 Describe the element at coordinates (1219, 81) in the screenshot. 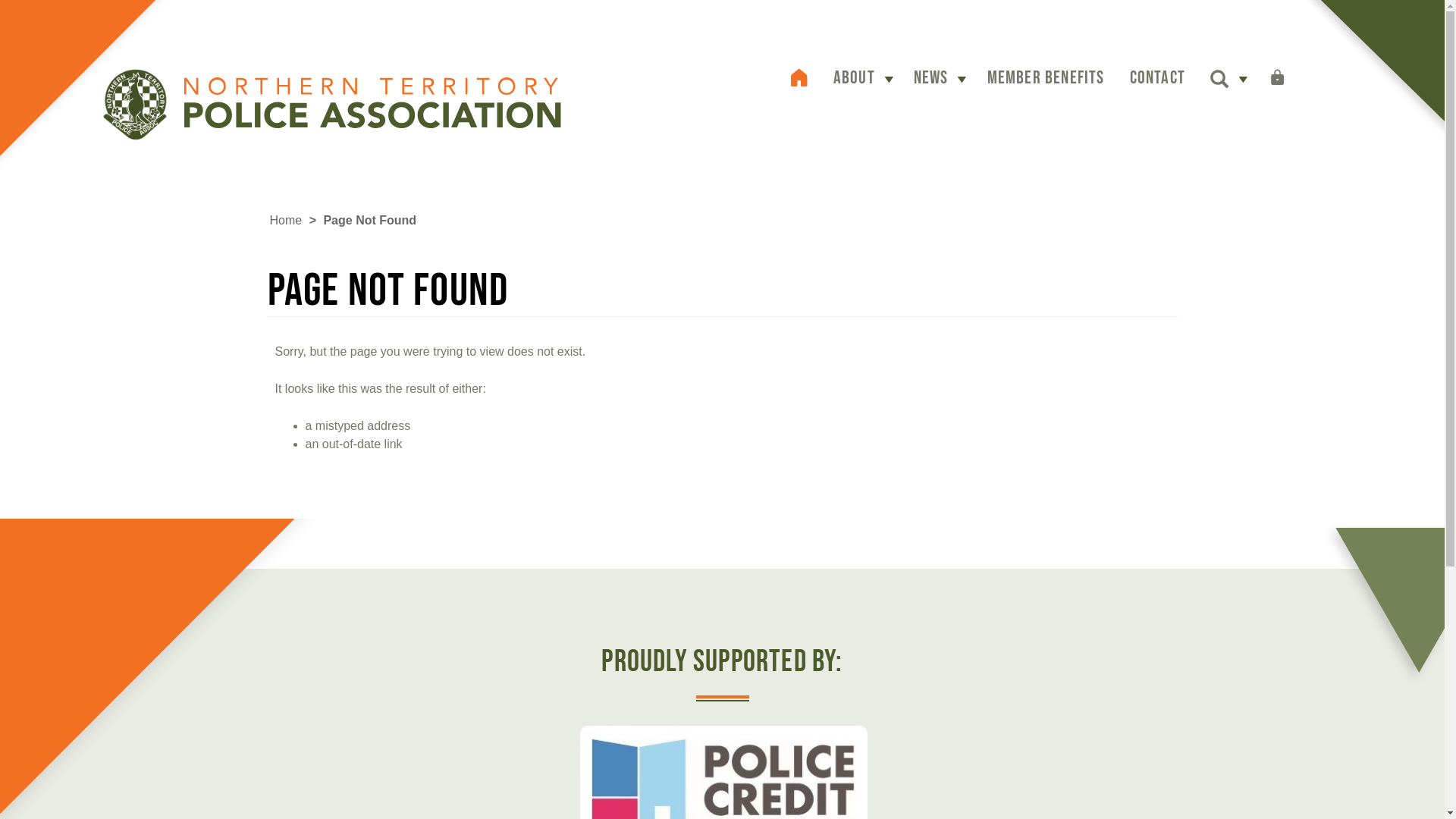

I see `'Search'` at that location.